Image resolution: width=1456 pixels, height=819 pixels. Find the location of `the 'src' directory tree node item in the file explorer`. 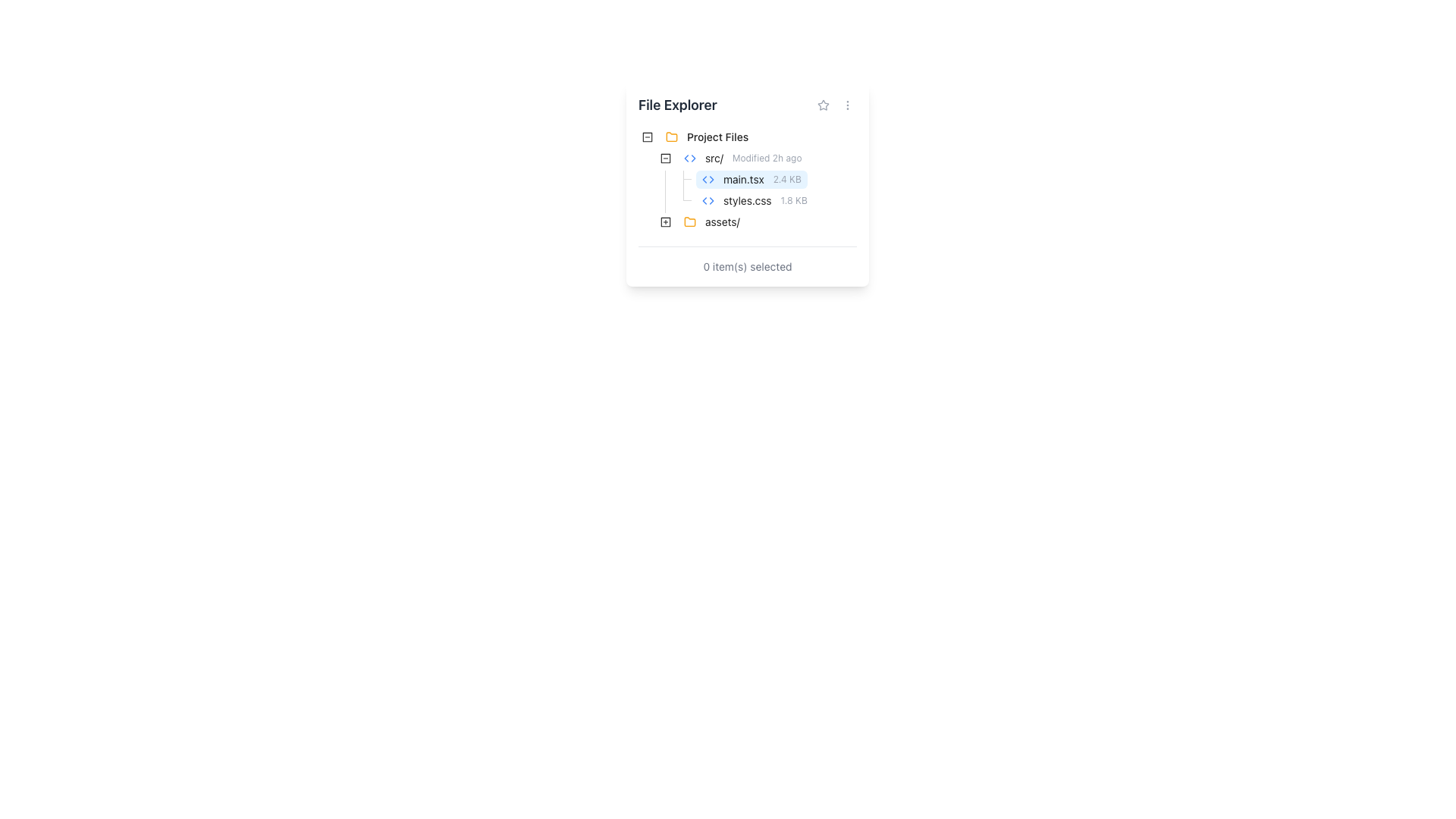

the 'src' directory tree node item in the file explorer is located at coordinates (742, 158).